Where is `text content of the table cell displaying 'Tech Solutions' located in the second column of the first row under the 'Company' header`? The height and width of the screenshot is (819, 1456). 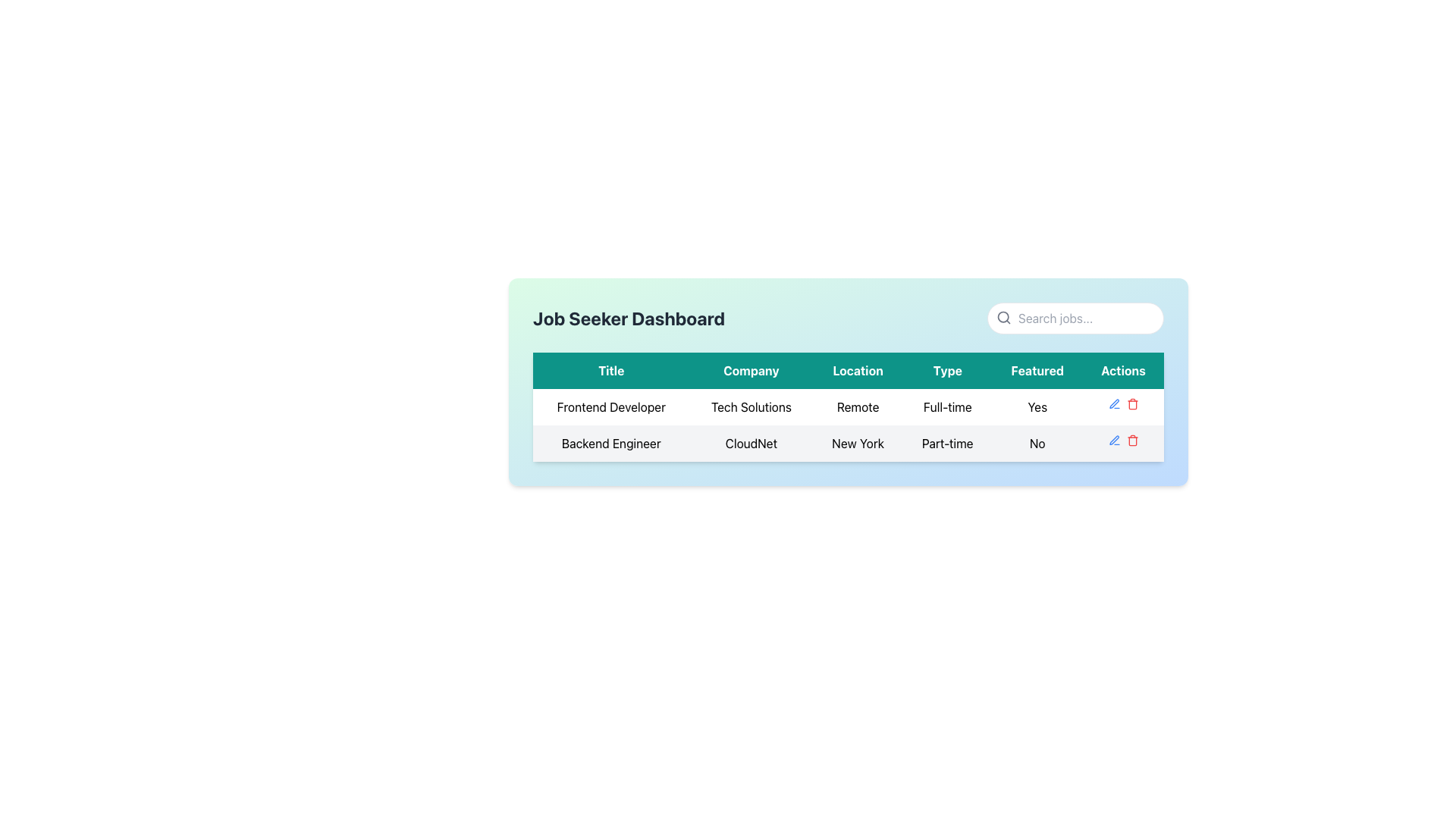 text content of the table cell displaying 'Tech Solutions' located in the second column of the first row under the 'Company' header is located at coordinates (751, 406).